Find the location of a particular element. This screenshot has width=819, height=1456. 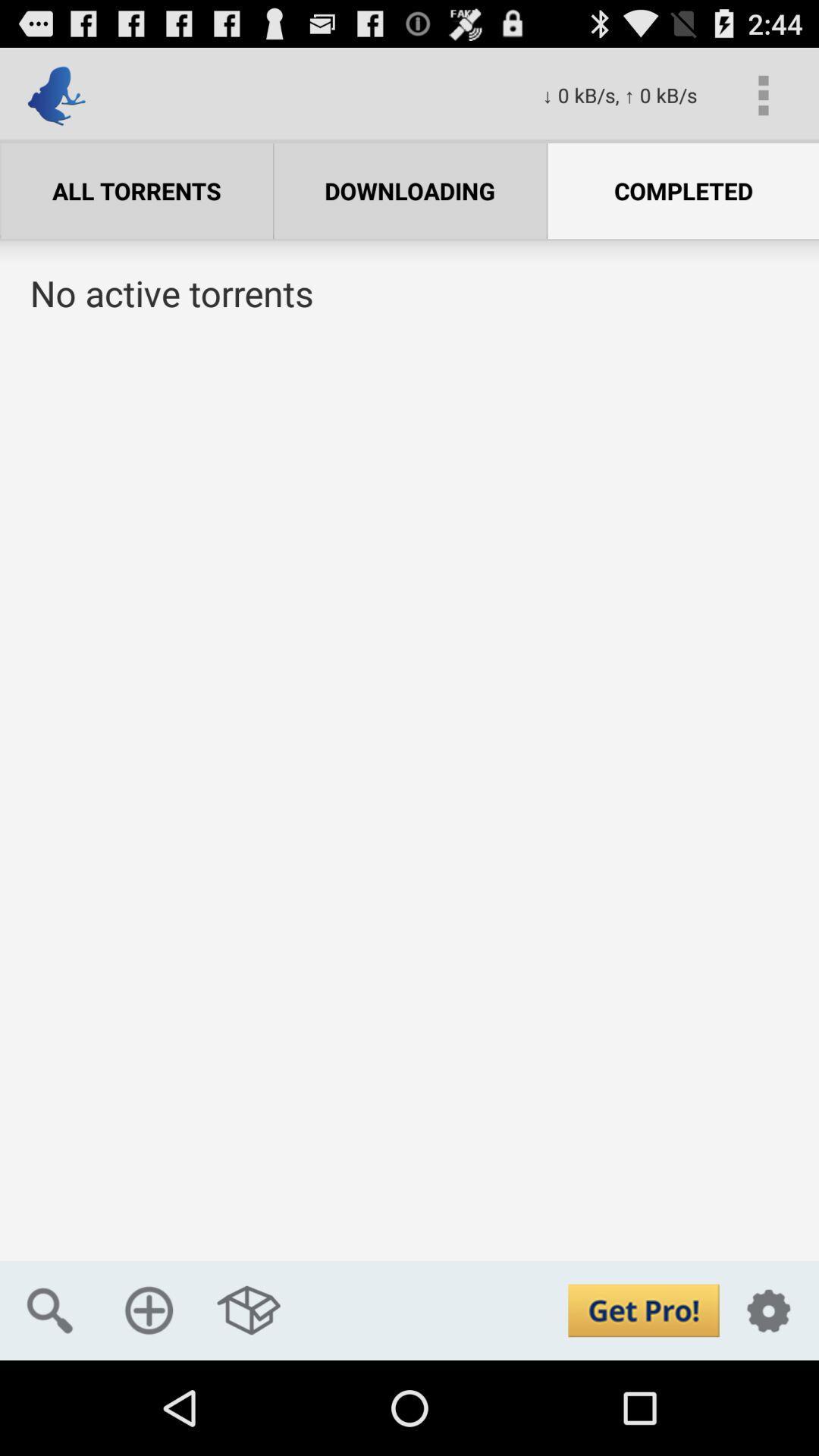

the app above the completed app is located at coordinates (763, 94).